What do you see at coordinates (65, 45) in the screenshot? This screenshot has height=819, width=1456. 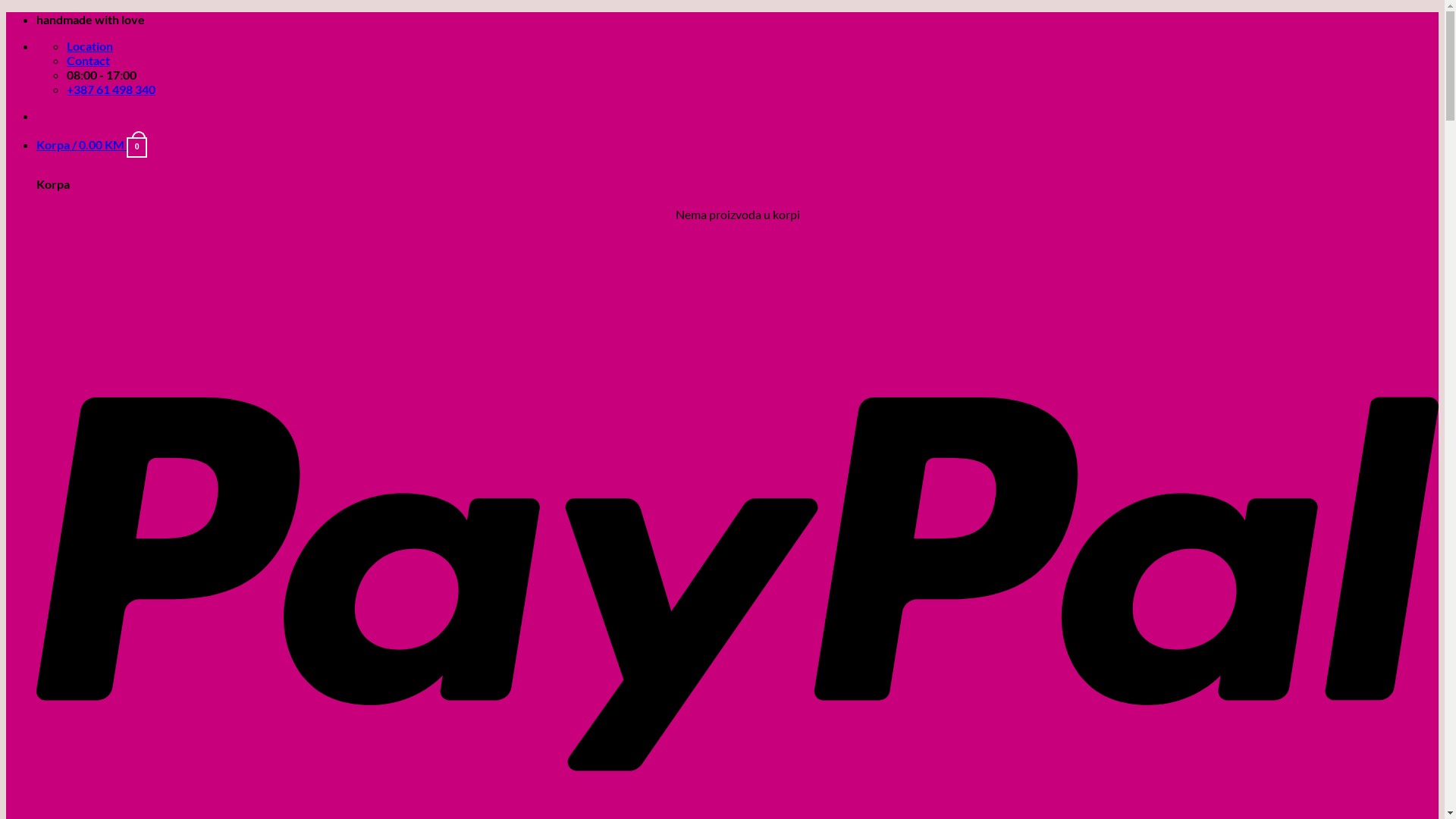 I see `'Location'` at bounding box center [65, 45].